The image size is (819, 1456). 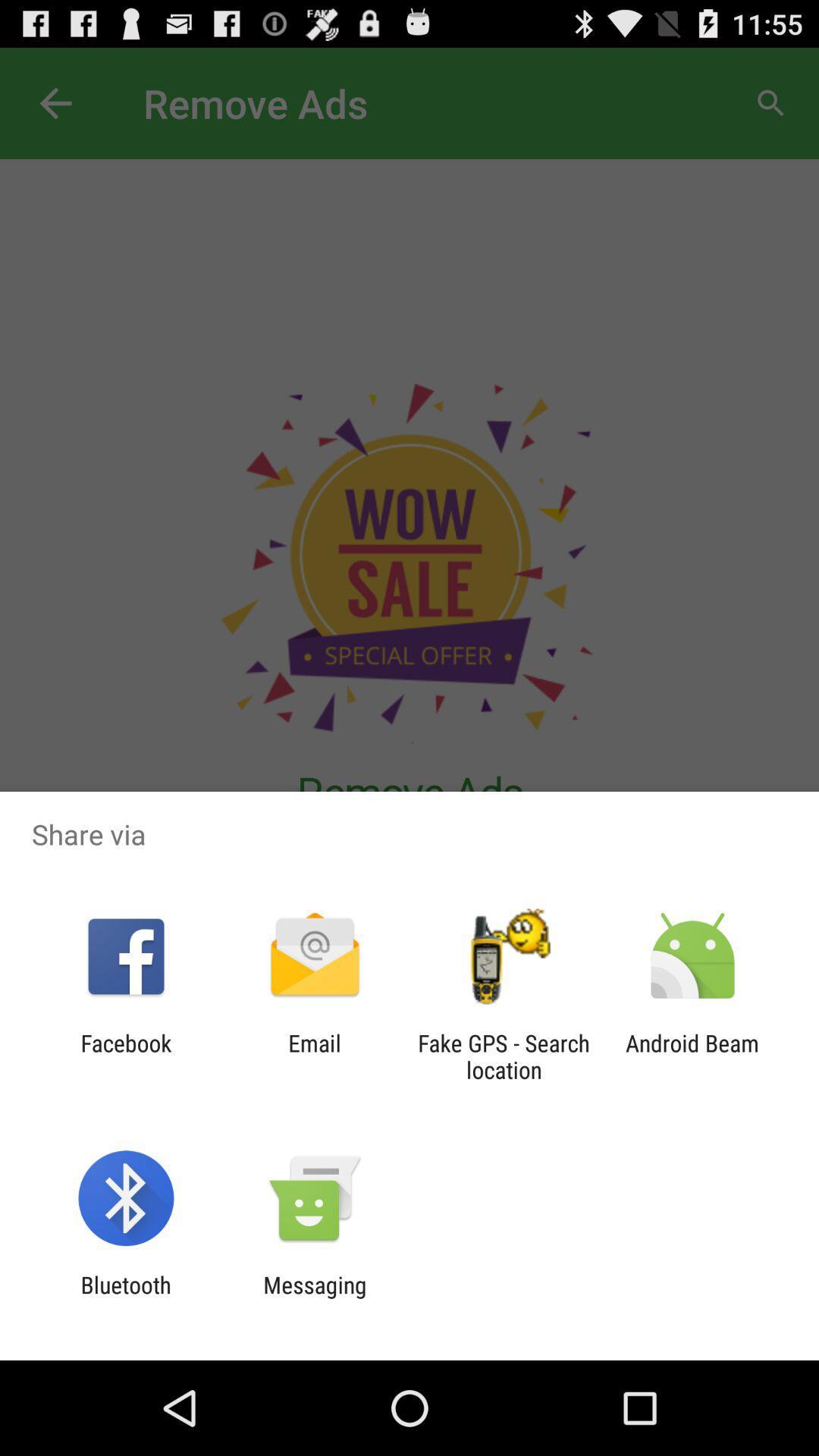 What do you see at coordinates (504, 1056) in the screenshot?
I see `icon next to the email` at bounding box center [504, 1056].